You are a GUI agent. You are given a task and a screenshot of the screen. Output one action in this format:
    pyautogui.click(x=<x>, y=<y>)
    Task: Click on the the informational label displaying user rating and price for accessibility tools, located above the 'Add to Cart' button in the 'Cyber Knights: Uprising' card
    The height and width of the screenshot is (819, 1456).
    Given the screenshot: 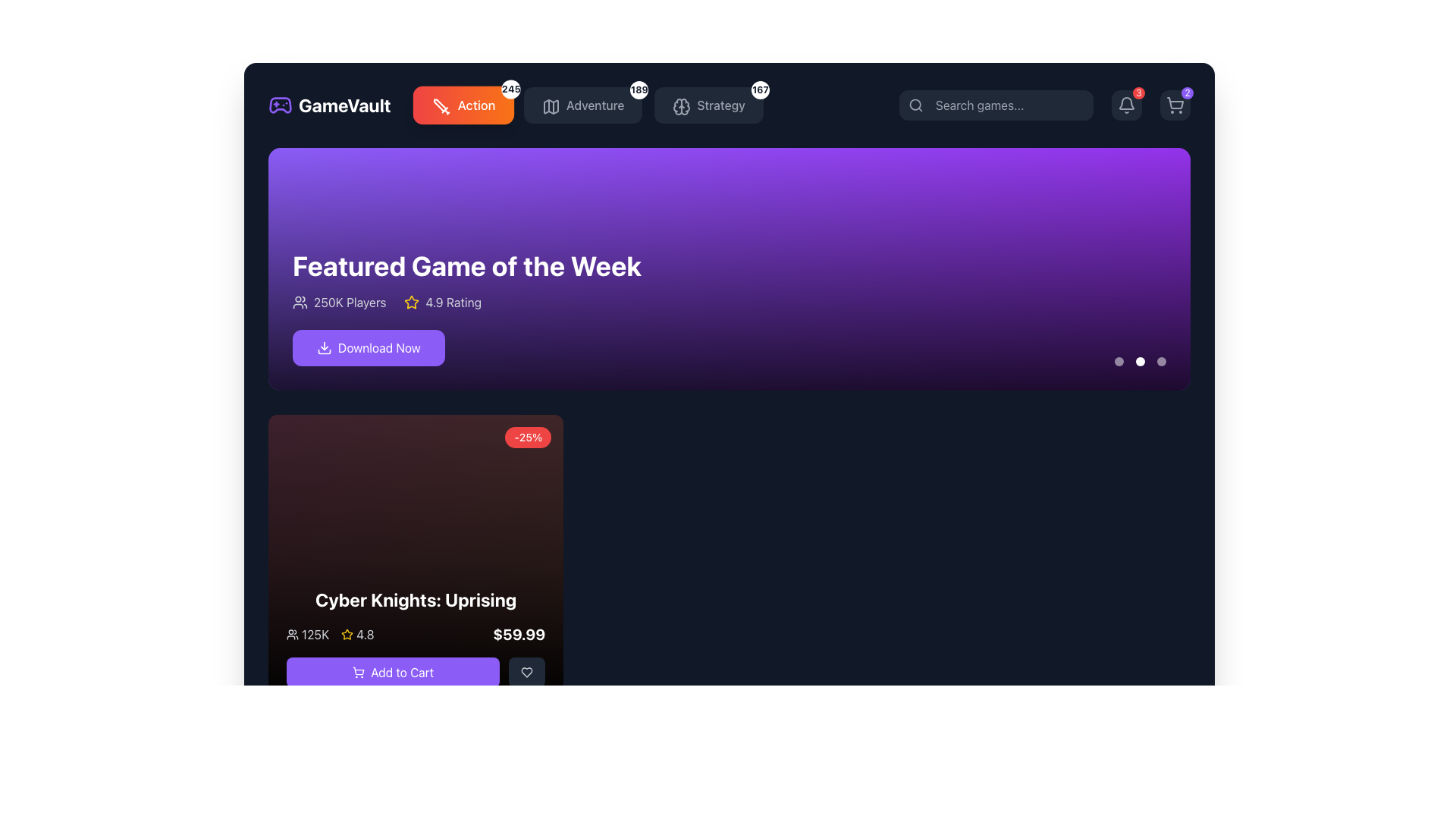 What is the action you would take?
    pyautogui.click(x=416, y=635)
    